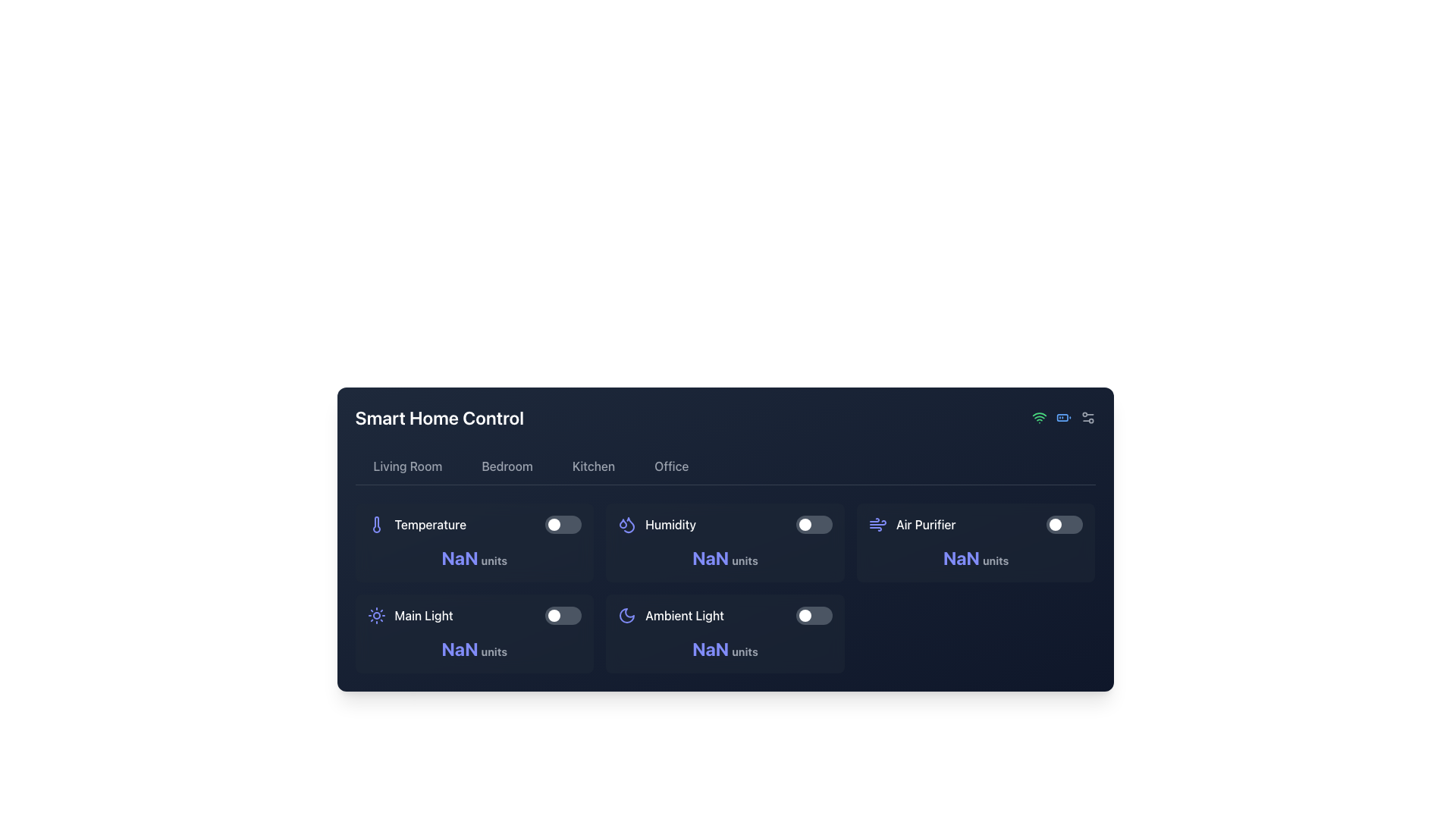  I want to click on indigo crescent moon icon located in the 'Ambient Light' section of the Smart Home Control interface, so click(627, 616).